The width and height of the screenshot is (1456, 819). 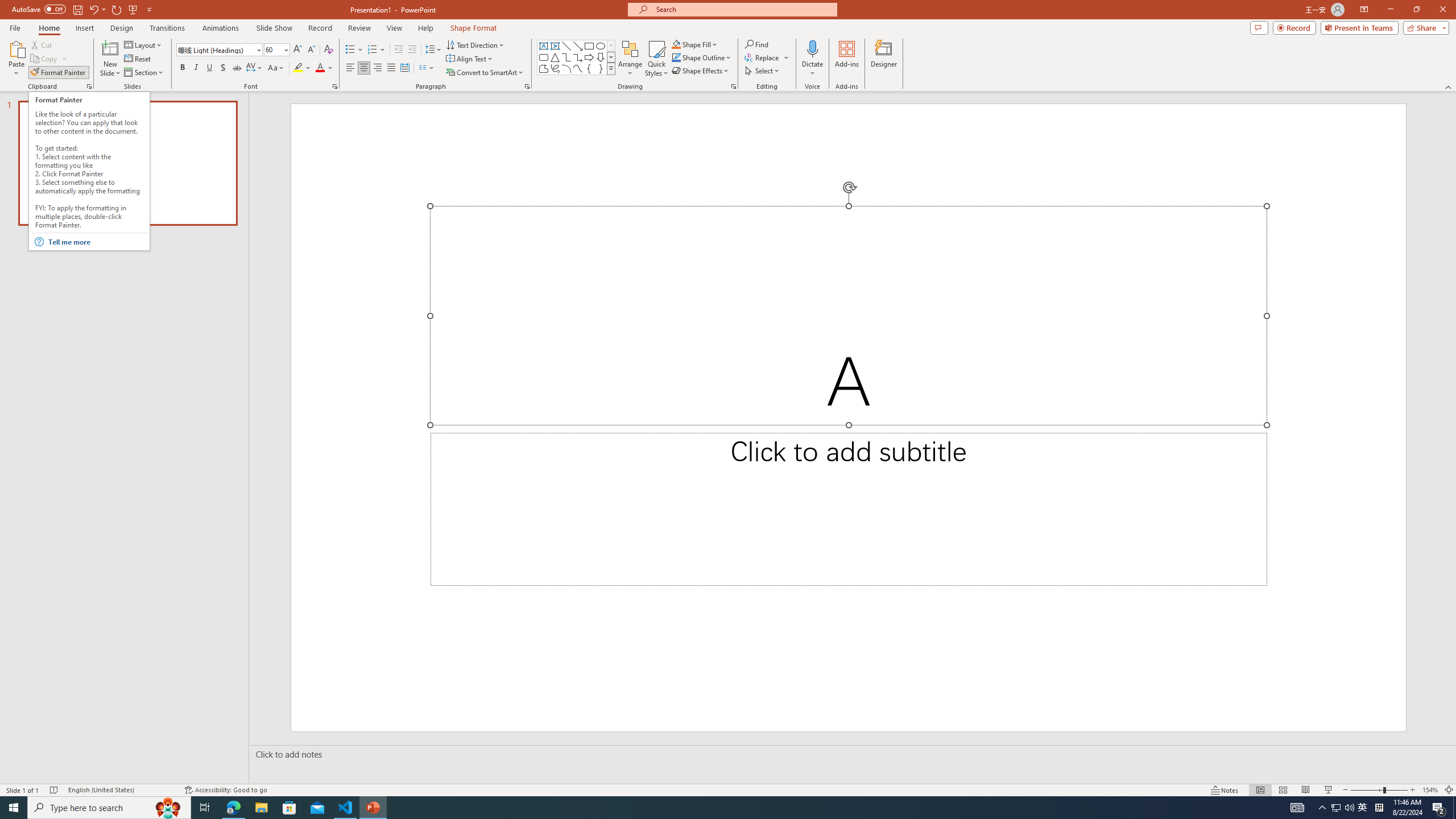 What do you see at coordinates (255, 67) in the screenshot?
I see `'Character Spacing'` at bounding box center [255, 67].